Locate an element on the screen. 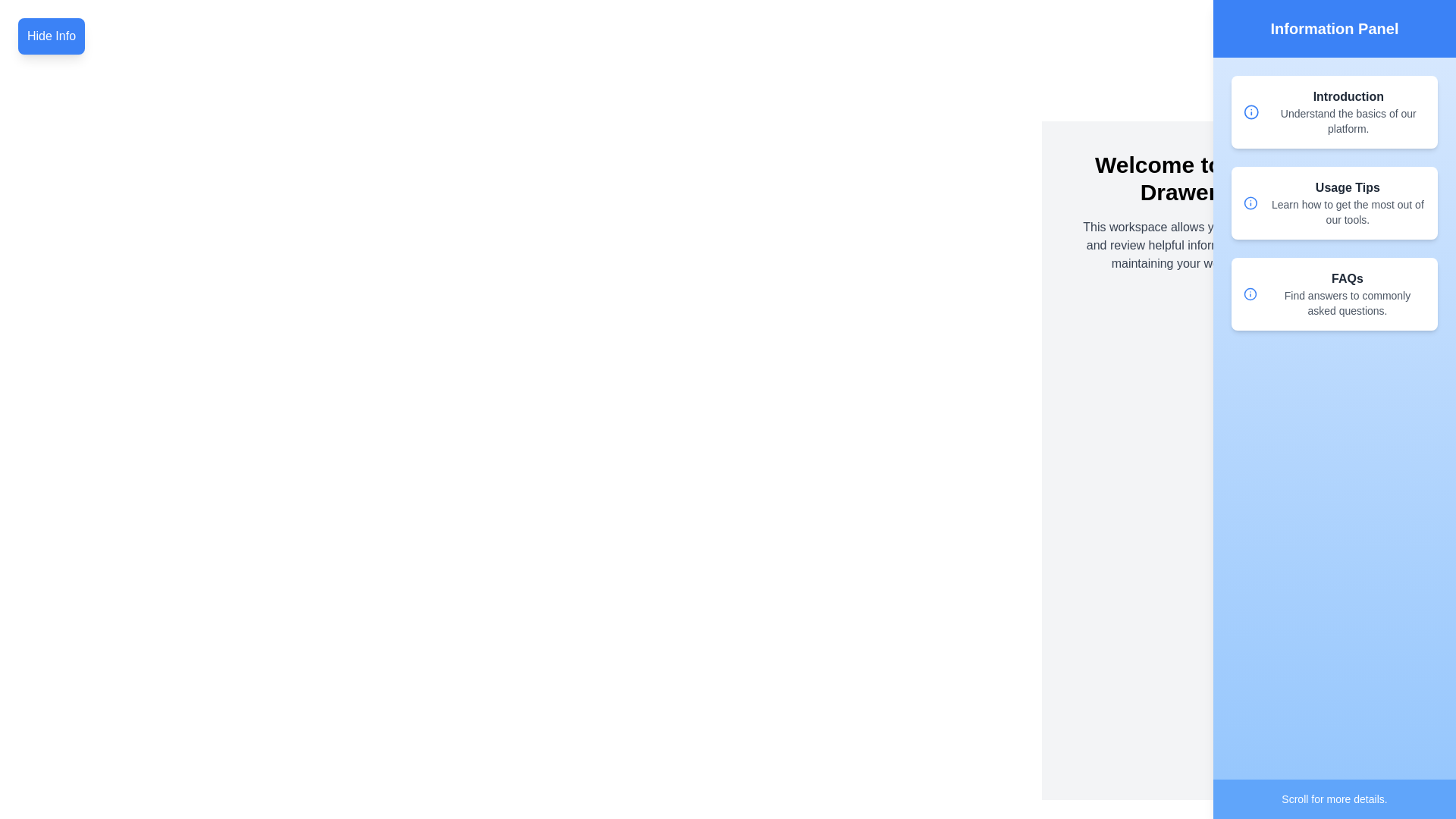  the informational card titled 'FAQs', which contains descriptive text about commonly asked questions, located in the right-side 'Information Panel' is located at coordinates (1347, 294).